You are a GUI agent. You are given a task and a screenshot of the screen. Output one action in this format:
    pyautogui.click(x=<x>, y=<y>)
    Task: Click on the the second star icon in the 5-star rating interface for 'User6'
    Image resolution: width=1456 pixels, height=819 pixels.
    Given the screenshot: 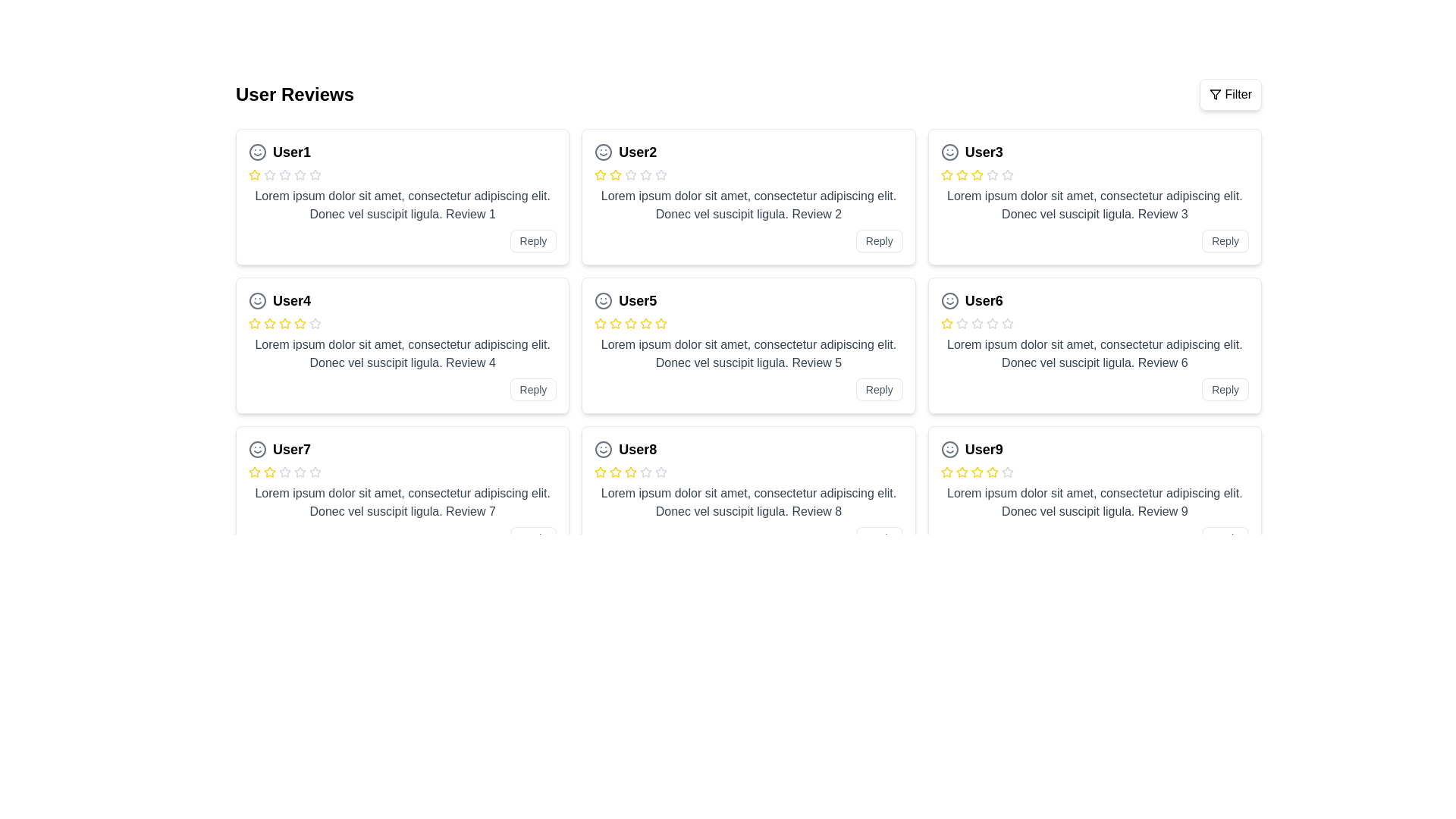 What is the action you would take?
    pyautogui.click(x=961, y=322)
    